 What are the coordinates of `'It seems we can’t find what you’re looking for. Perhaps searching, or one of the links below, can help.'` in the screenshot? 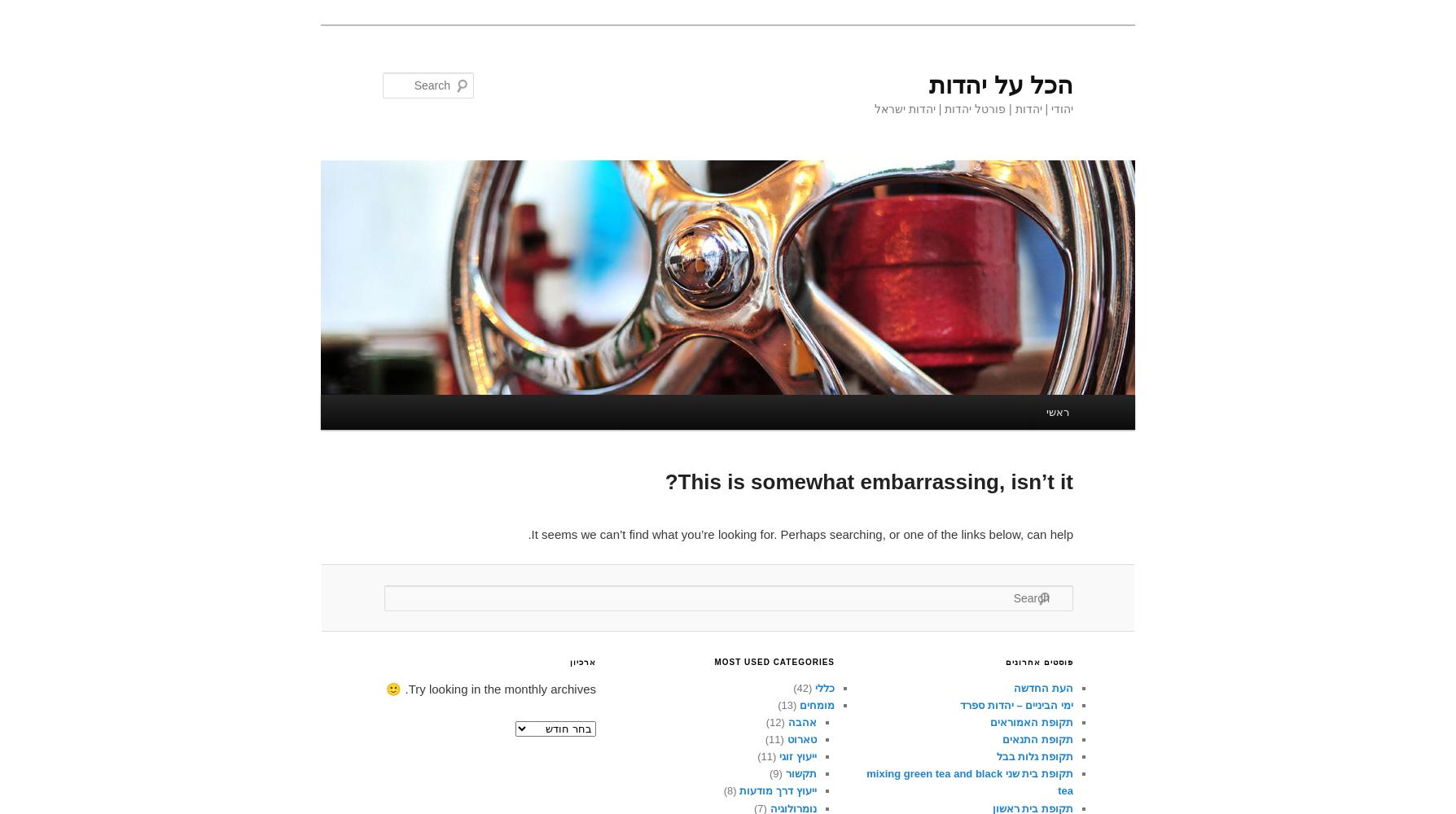 It's located at (800, 533).